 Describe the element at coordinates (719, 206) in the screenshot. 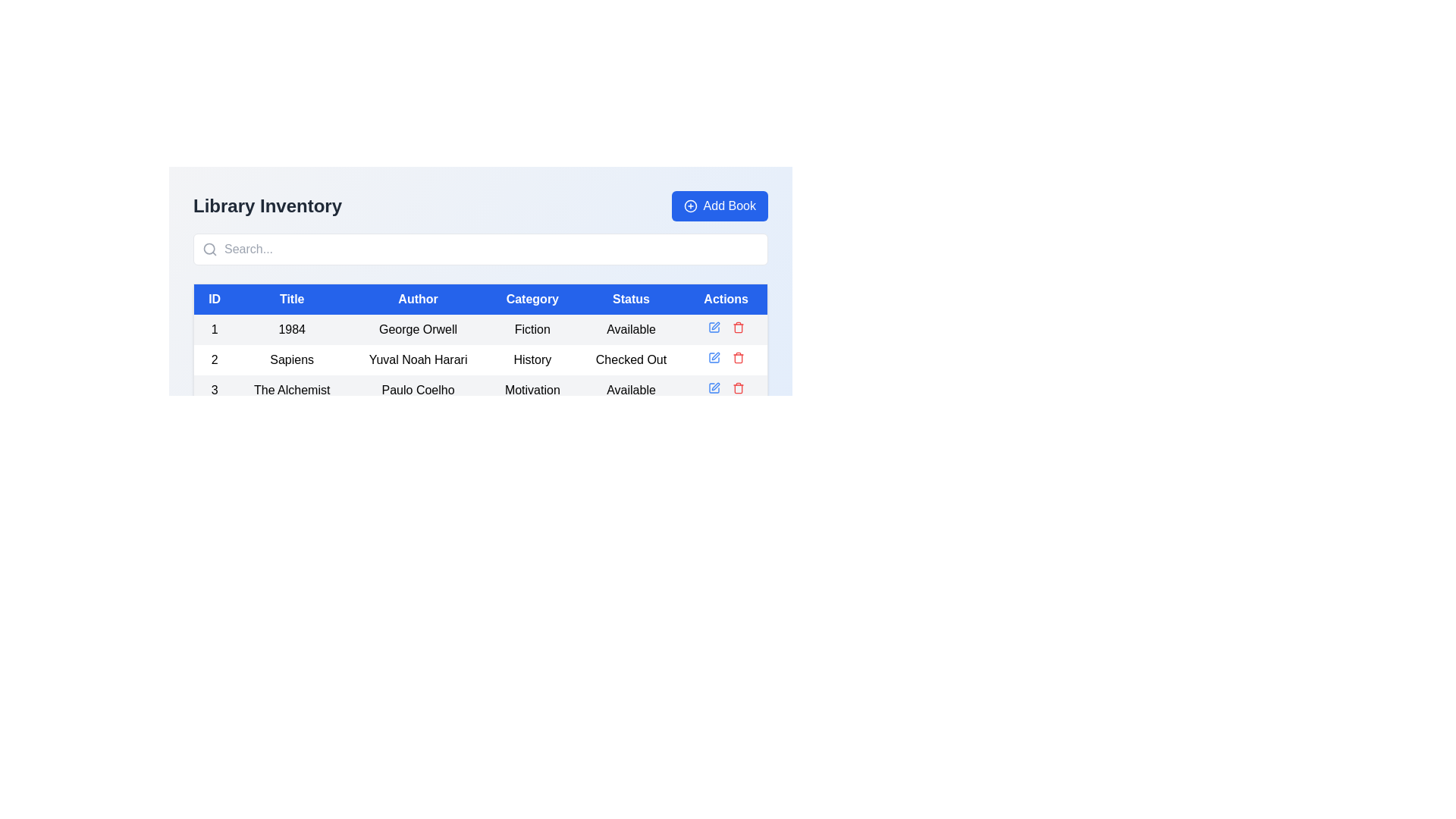

I see `the blue rectangular button labeled 'Add Book' located at the top-right corner of the 'Library Inventory' section` at that location.